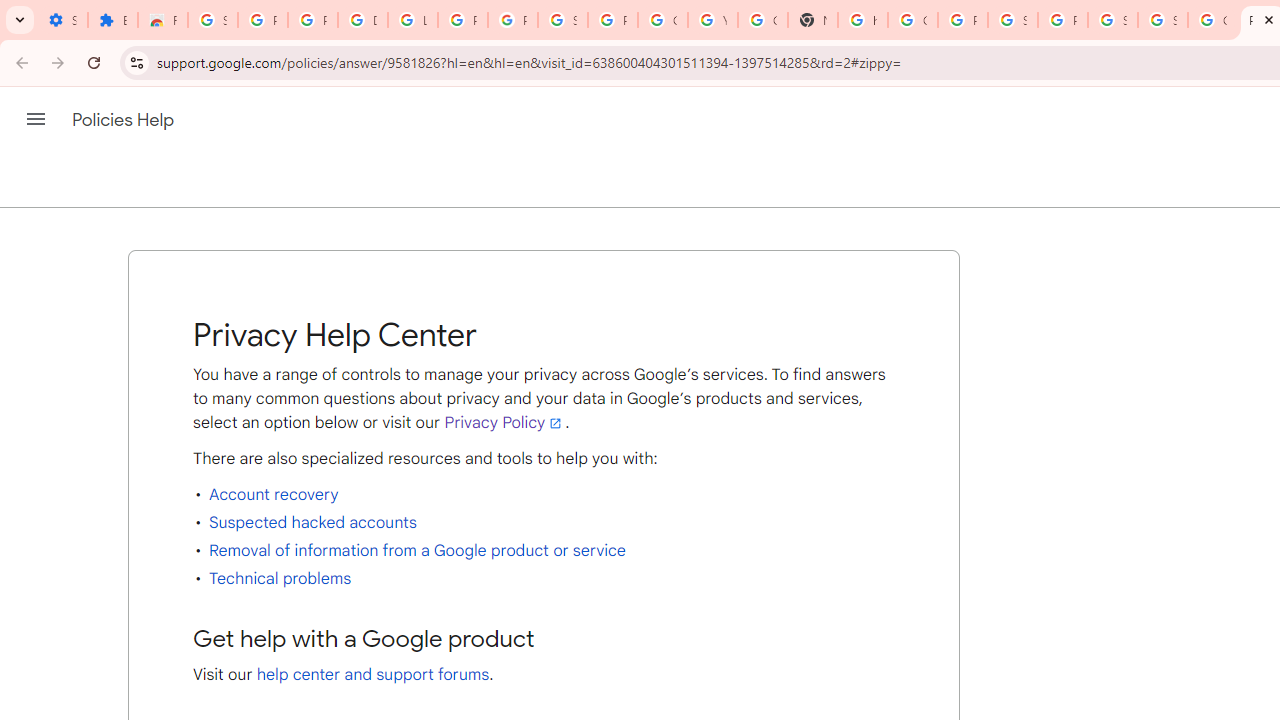  I want to click on 'help center and support forums', so click(373, 675).